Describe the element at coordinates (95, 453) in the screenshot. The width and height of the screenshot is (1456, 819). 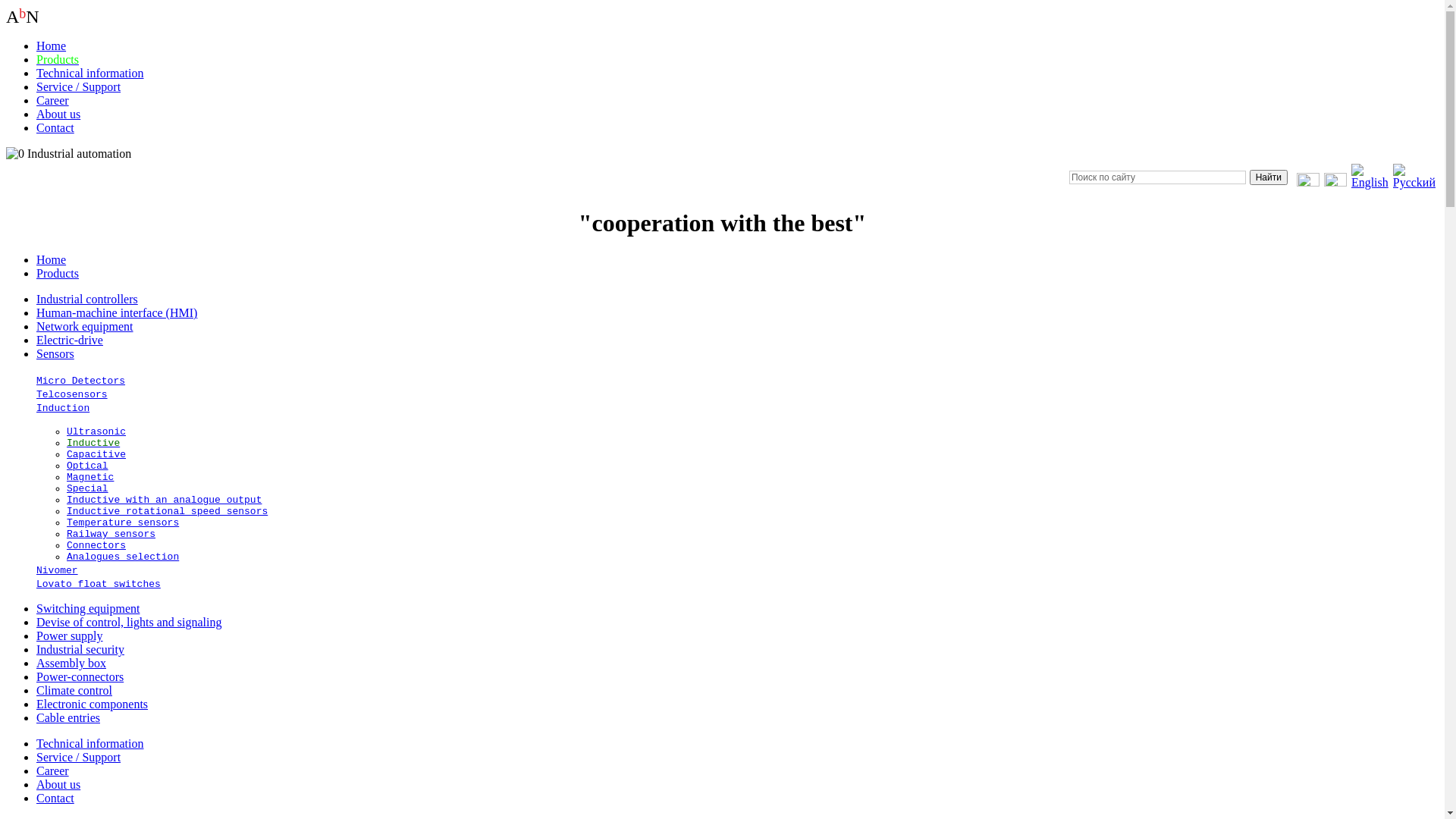
I see `'Capacitive'` at that location.